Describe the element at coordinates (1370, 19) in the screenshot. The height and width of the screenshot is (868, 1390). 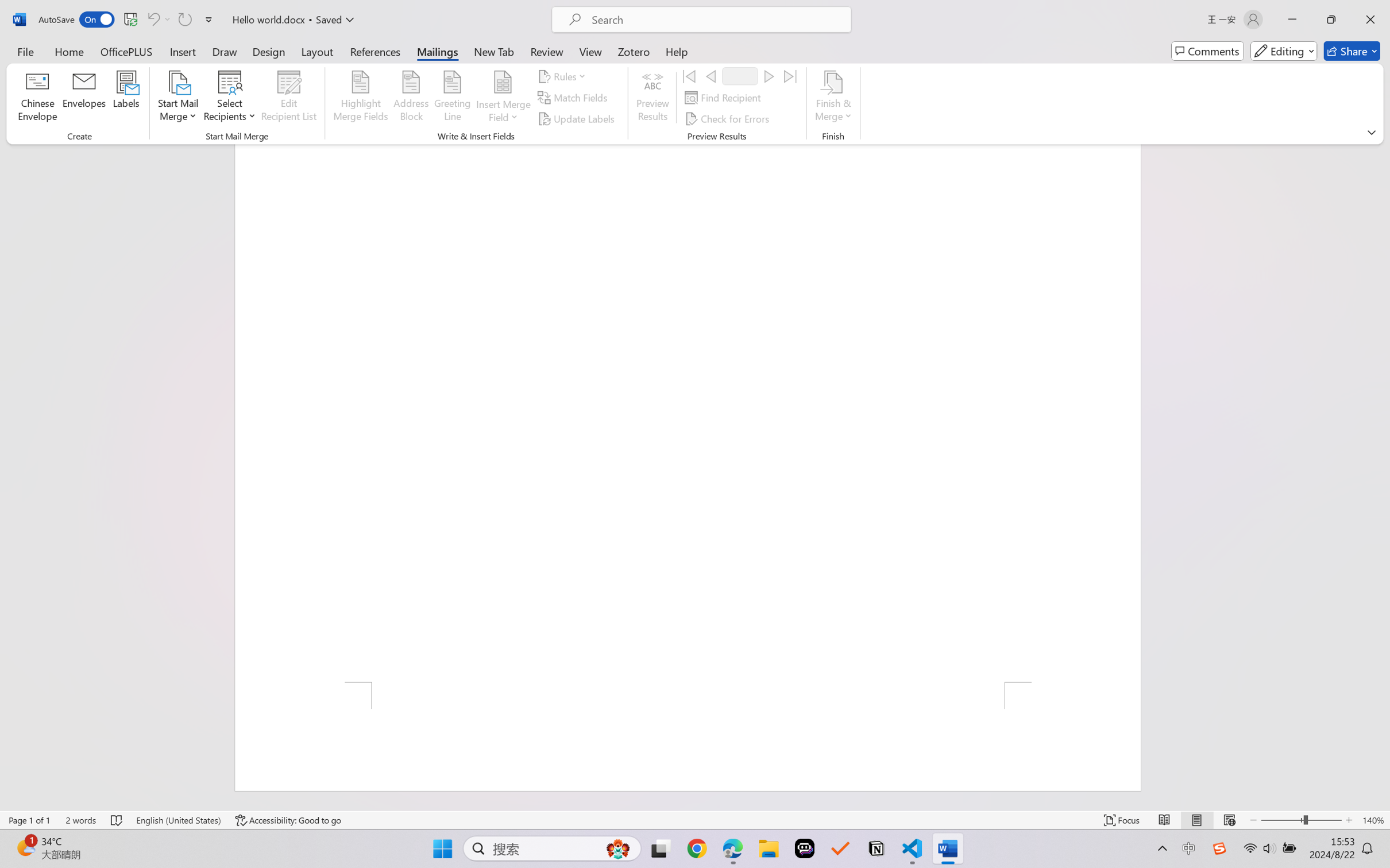
I see `'Close'` at that location.